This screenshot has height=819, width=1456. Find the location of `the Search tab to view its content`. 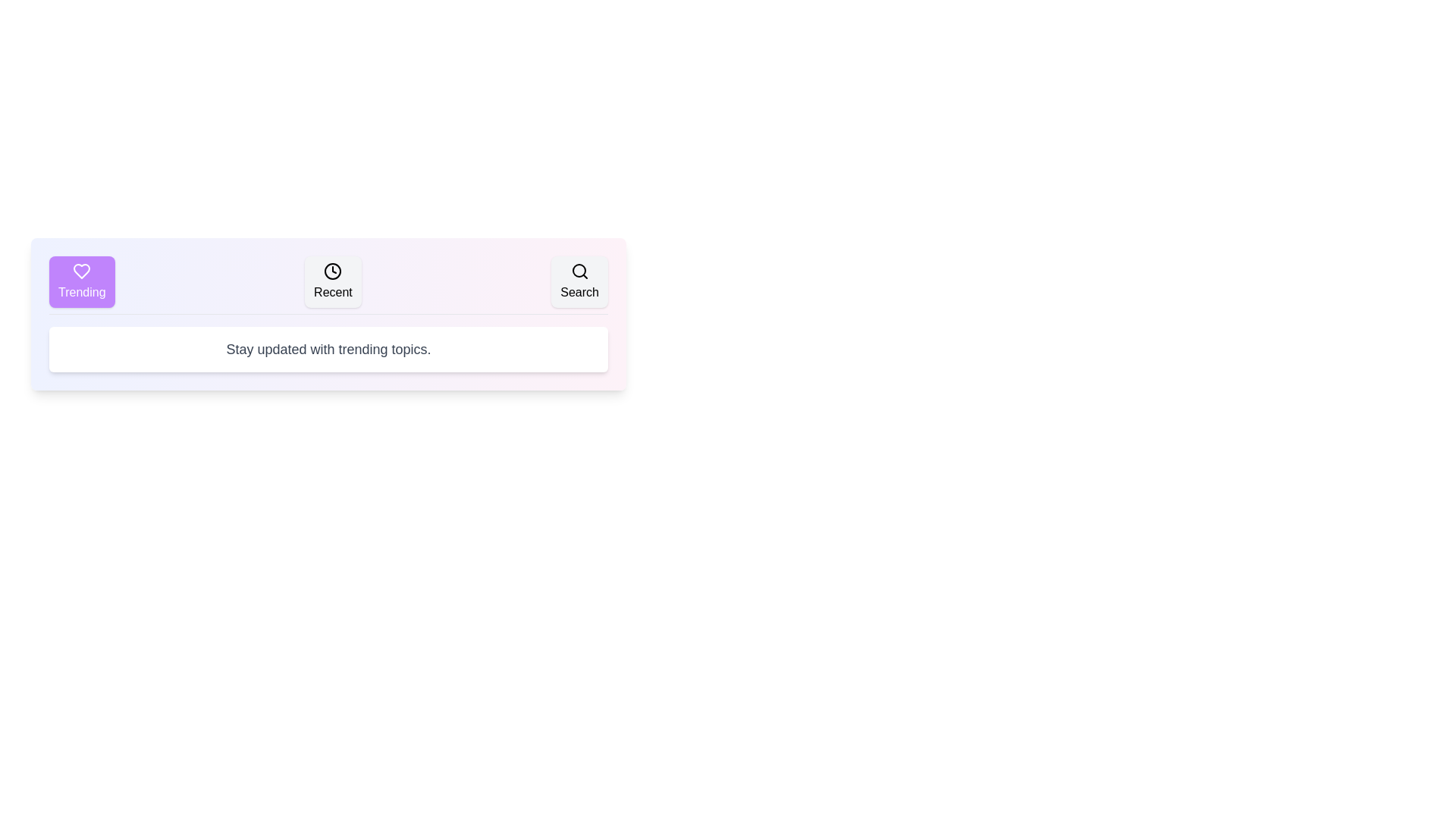

the Search tab to view its content is located at coordinates (578, 281).